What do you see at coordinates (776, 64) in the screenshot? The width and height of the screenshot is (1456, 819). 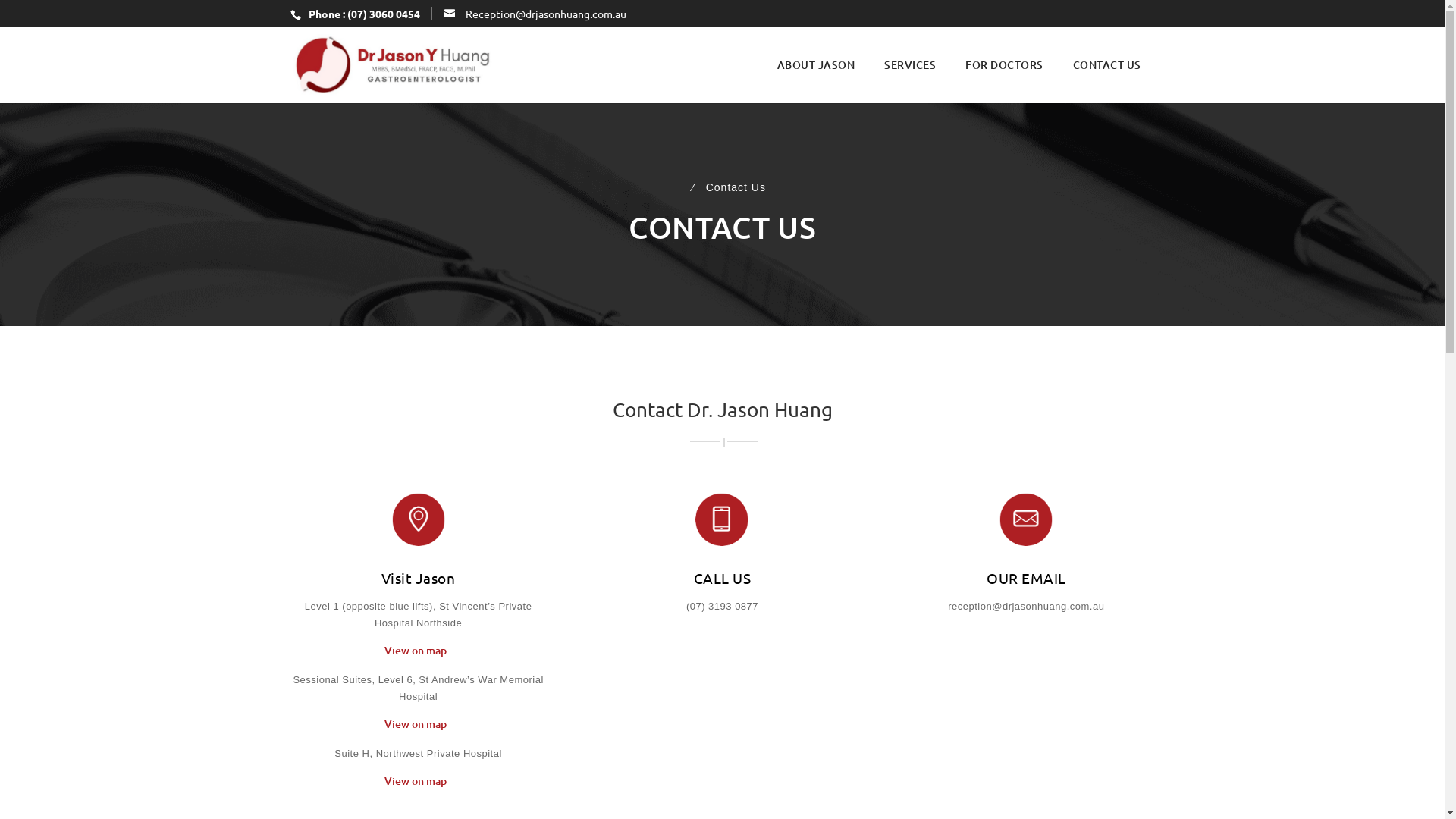 I see `'ABOUT JASON'` at bounding box center [776, 64].